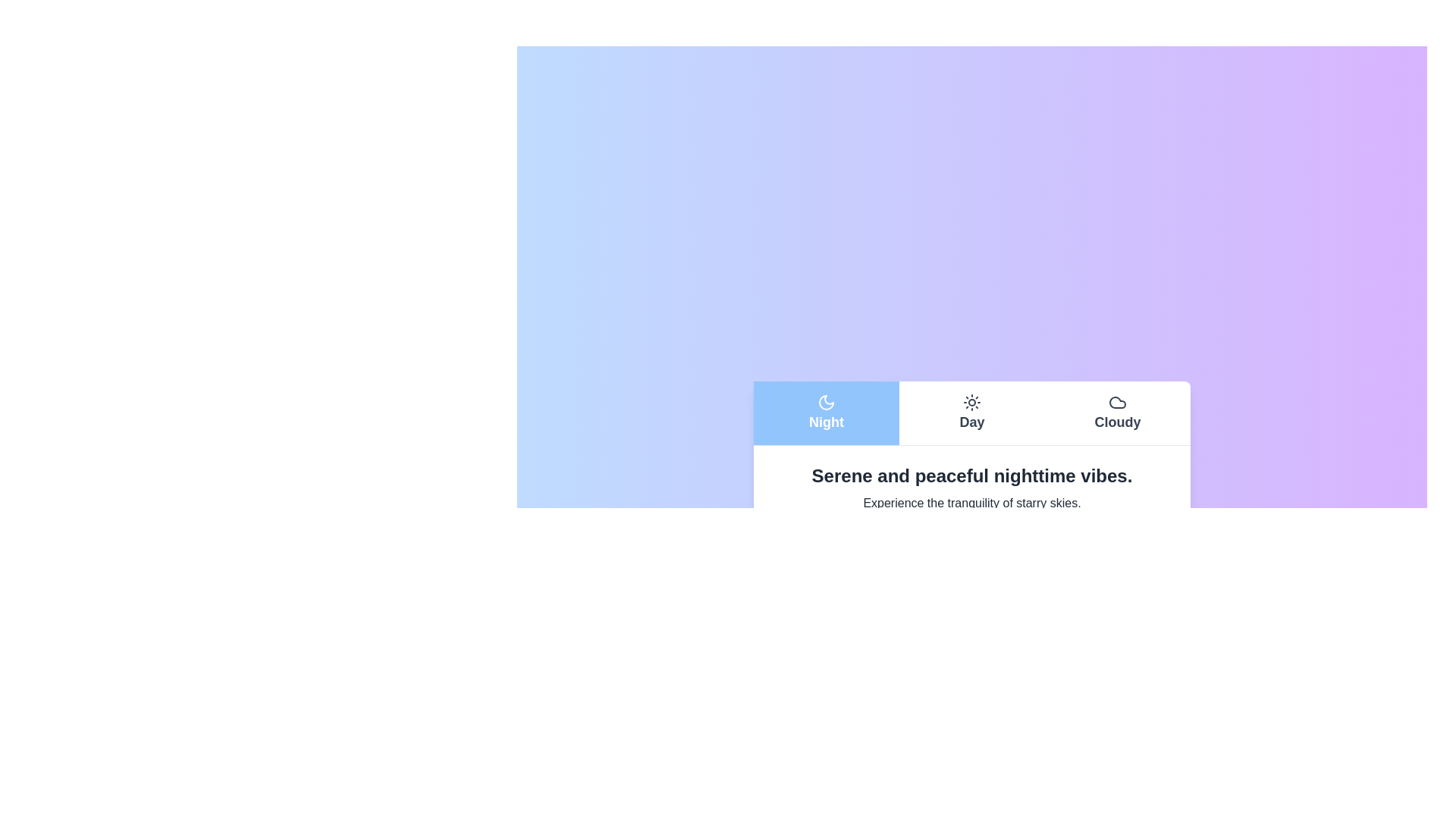 Image resolution: width=1456 pixels, height=819 pixels. I want to click on the Night tab by clicking on it, so click(825, 413).